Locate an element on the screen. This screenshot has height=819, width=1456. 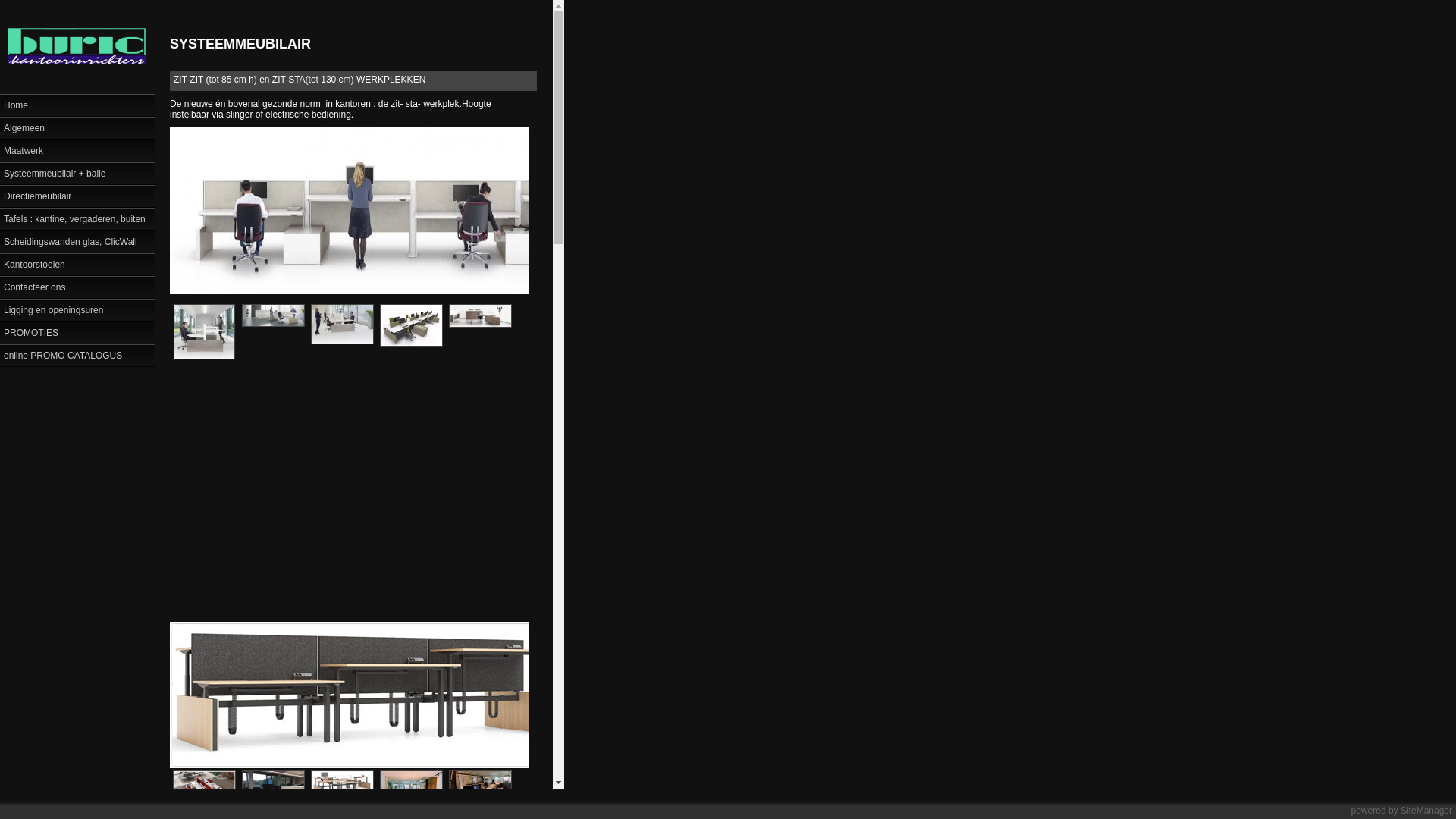
'powered by SiteManager' is located at coordinates (1351, 809).